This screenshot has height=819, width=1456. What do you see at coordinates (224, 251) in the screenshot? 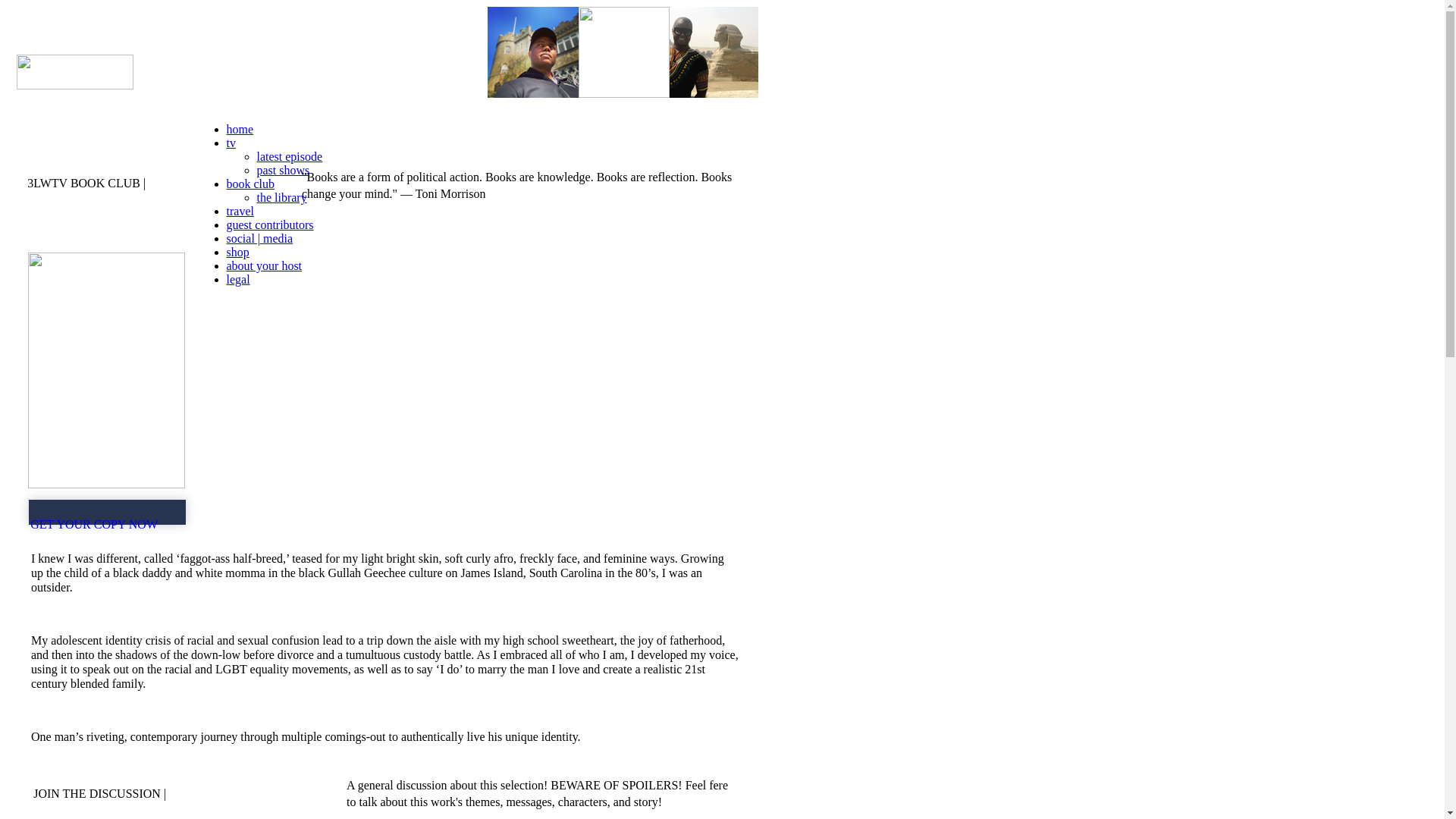
I see `'shop'` at bounding box center [224, 251].